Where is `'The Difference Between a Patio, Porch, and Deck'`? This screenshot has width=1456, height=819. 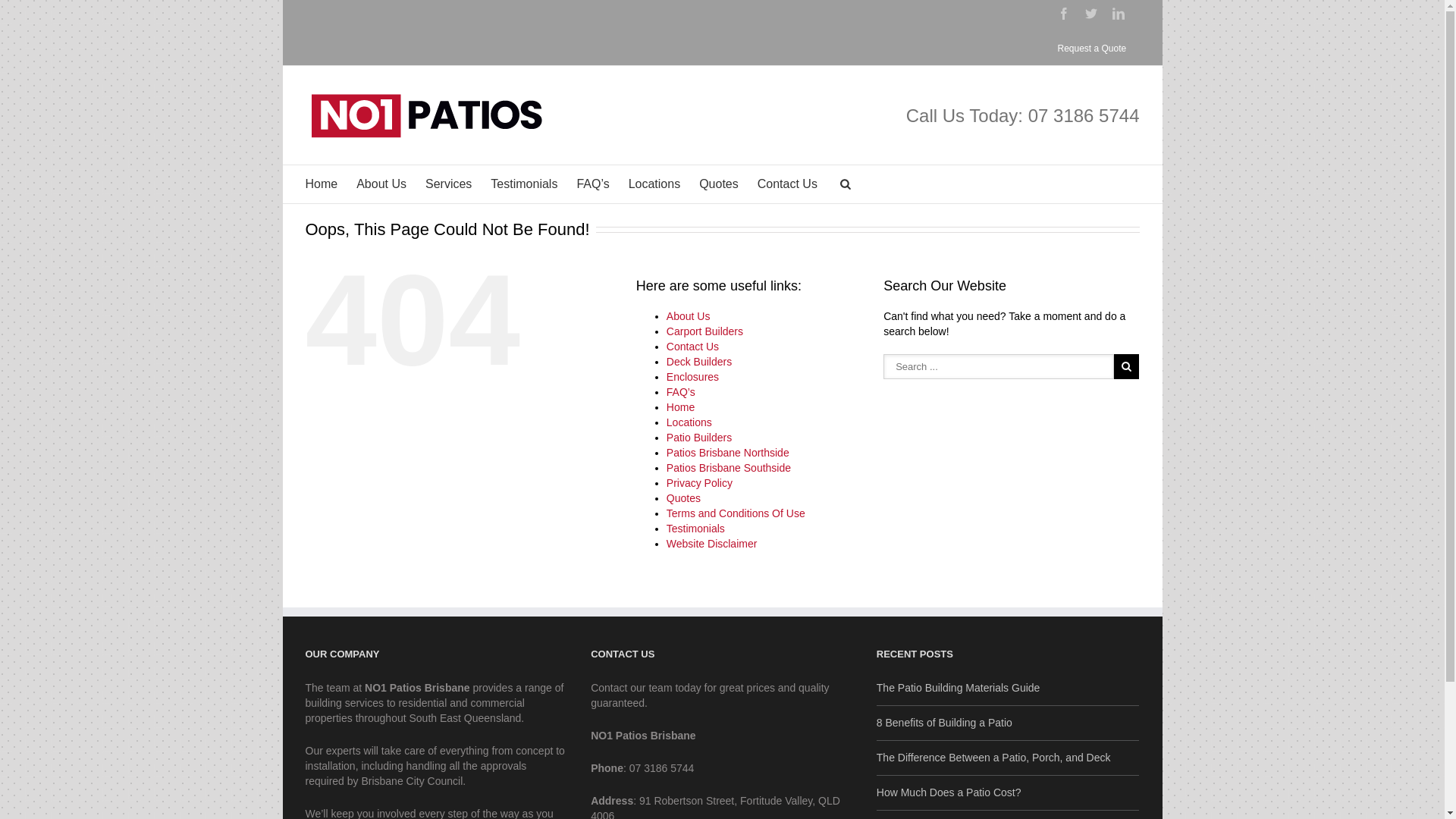
'The Difference Between a Patio, Porch, and Deck' is located at coordinates (1008, 753).